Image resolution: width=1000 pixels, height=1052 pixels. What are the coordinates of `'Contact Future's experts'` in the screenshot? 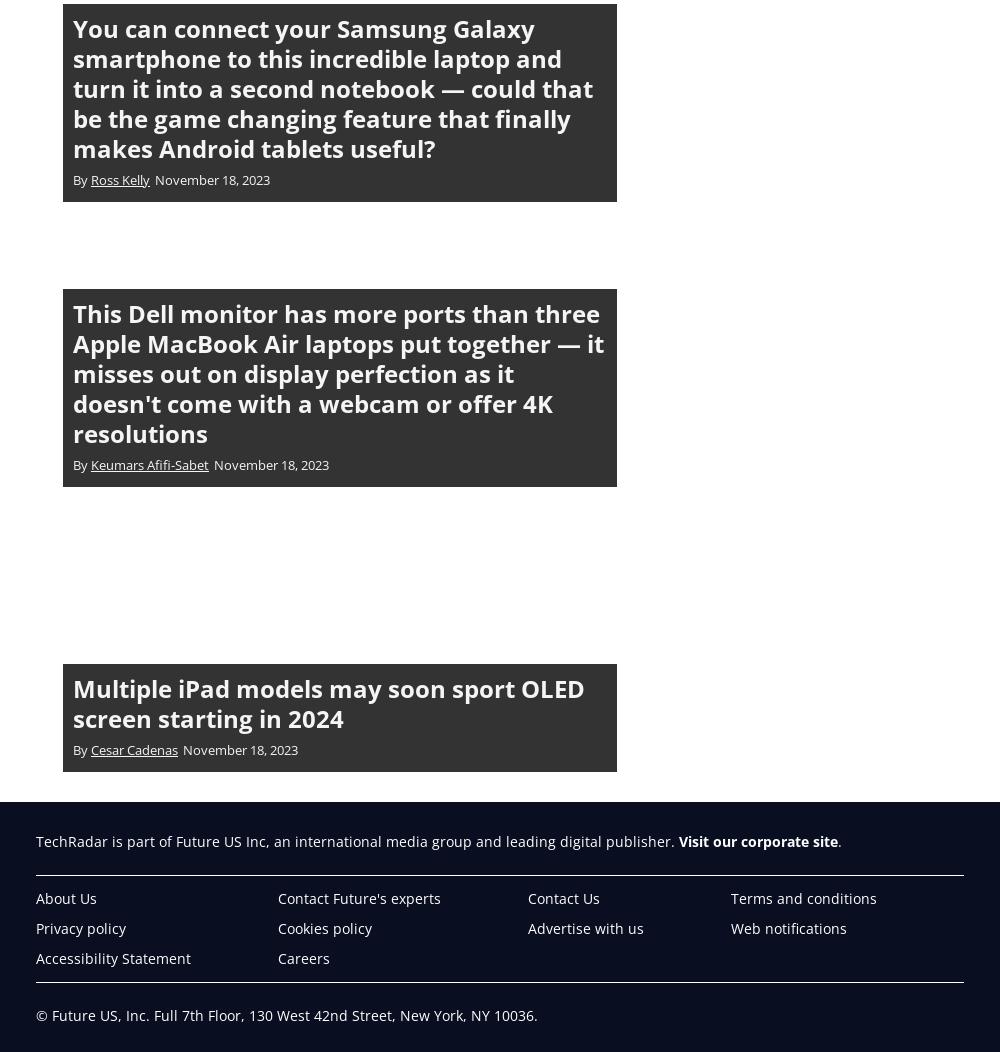 It's located at (358, 897).